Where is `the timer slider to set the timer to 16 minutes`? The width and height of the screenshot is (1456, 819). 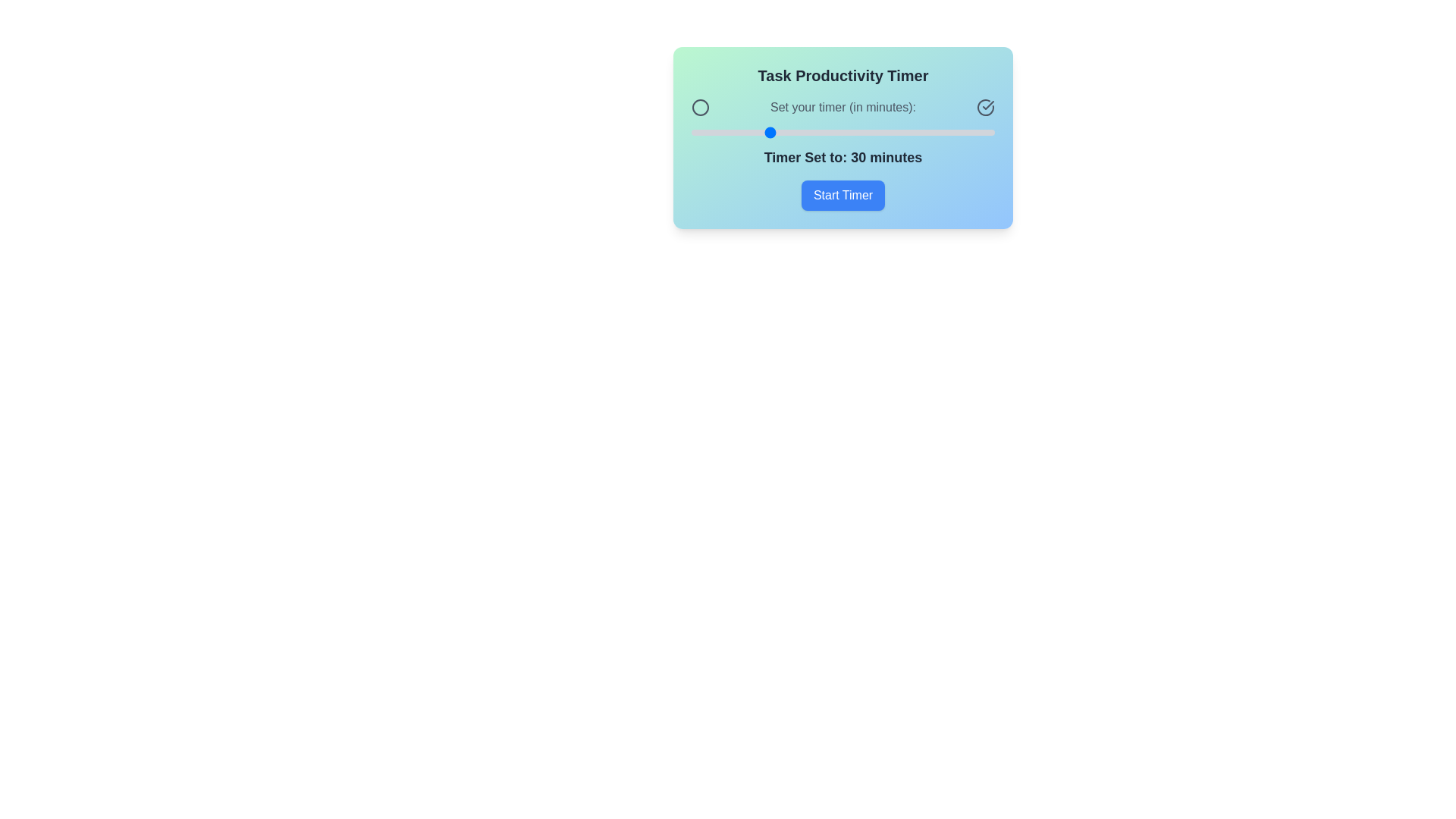
the timer slider to set the timer to 16 minutes is located at coordinates (713, 131).